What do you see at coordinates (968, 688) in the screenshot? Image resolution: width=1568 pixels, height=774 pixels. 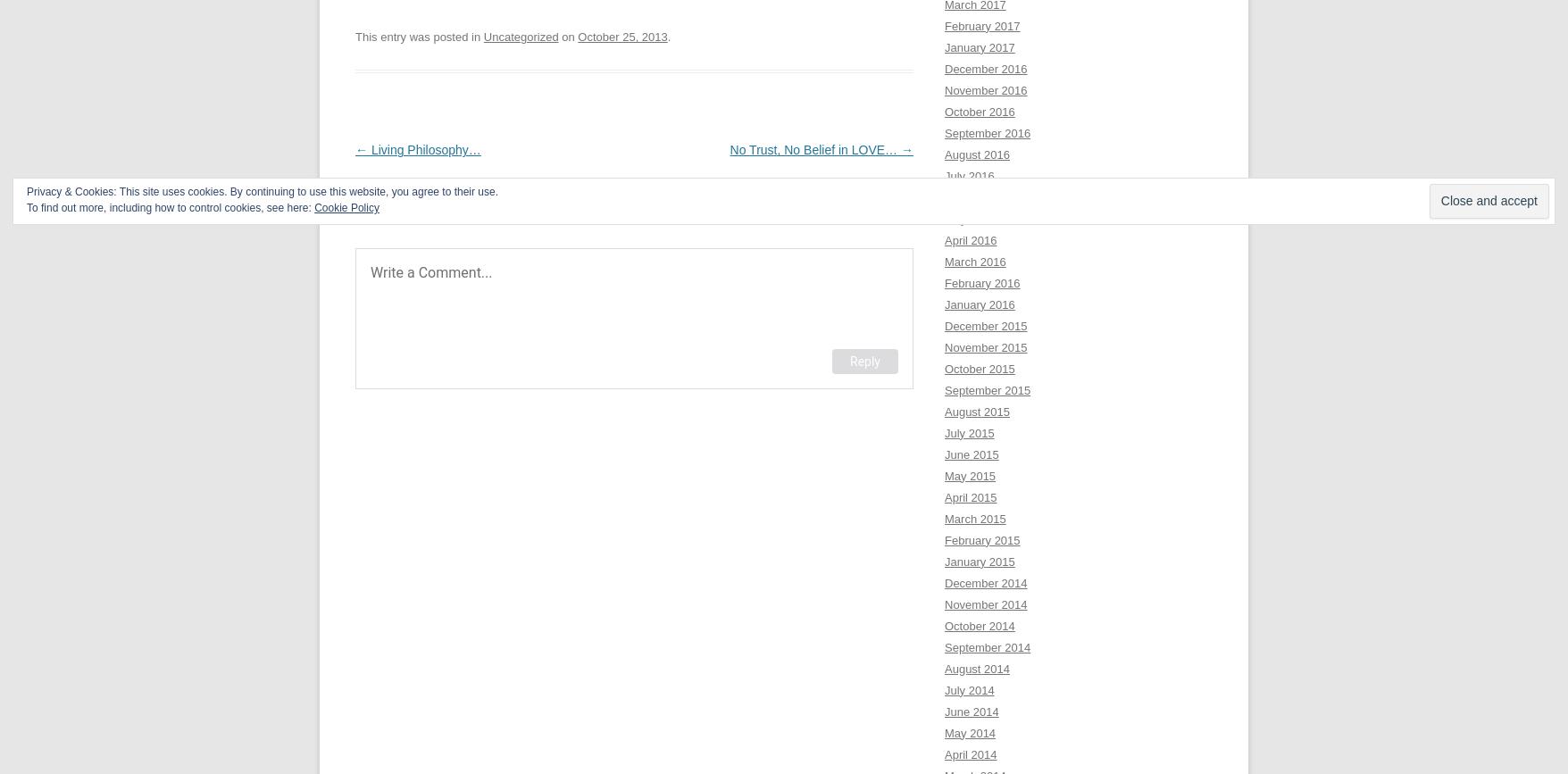 I see `'July 2014'` at bounding box center [968, 688].